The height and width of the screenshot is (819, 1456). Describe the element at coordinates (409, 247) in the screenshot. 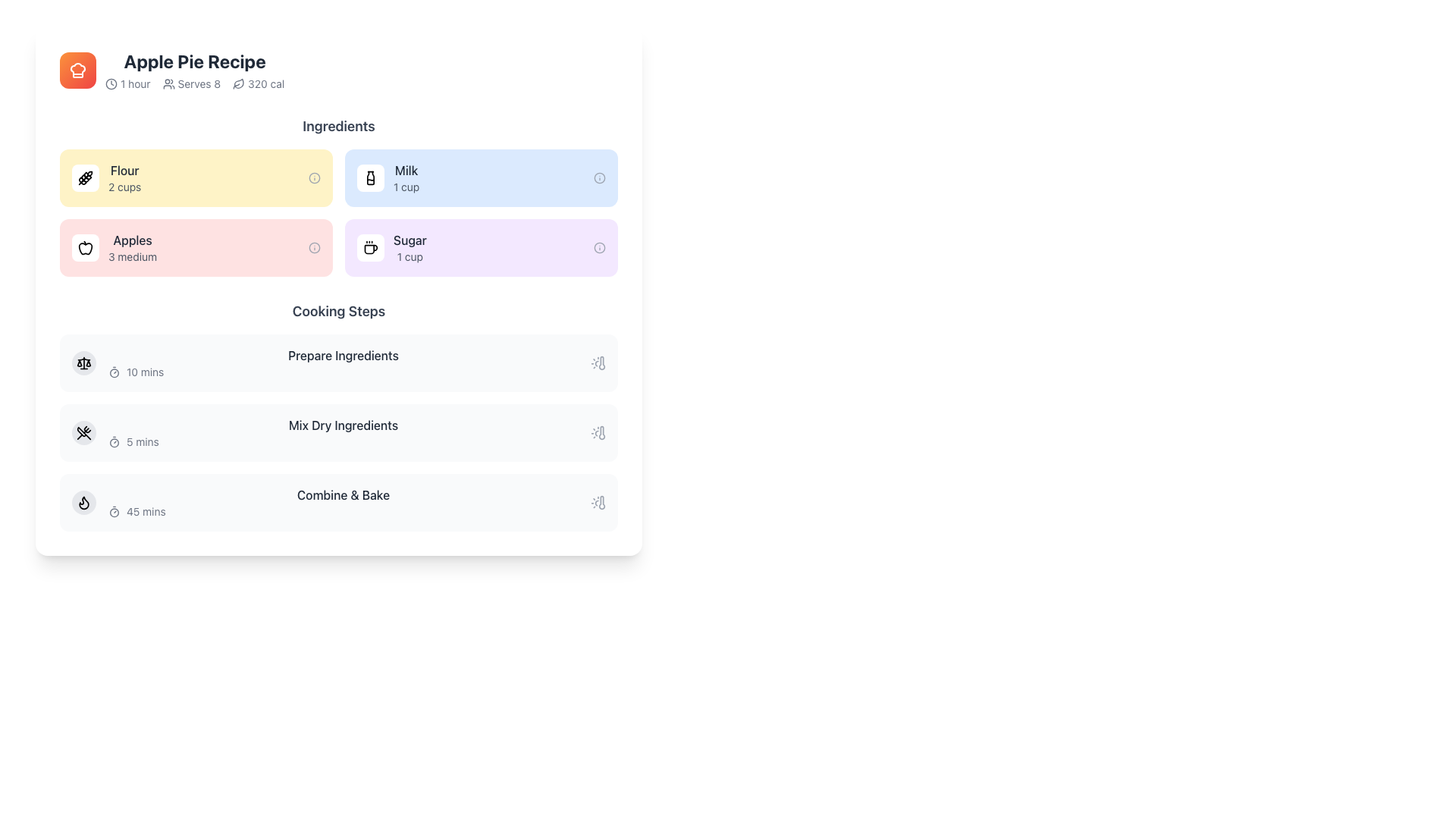

I see `the informational text label displaying 'Sugar' in a gray font, located within a rounded purple box in the Ingredients section of the page` at that location.